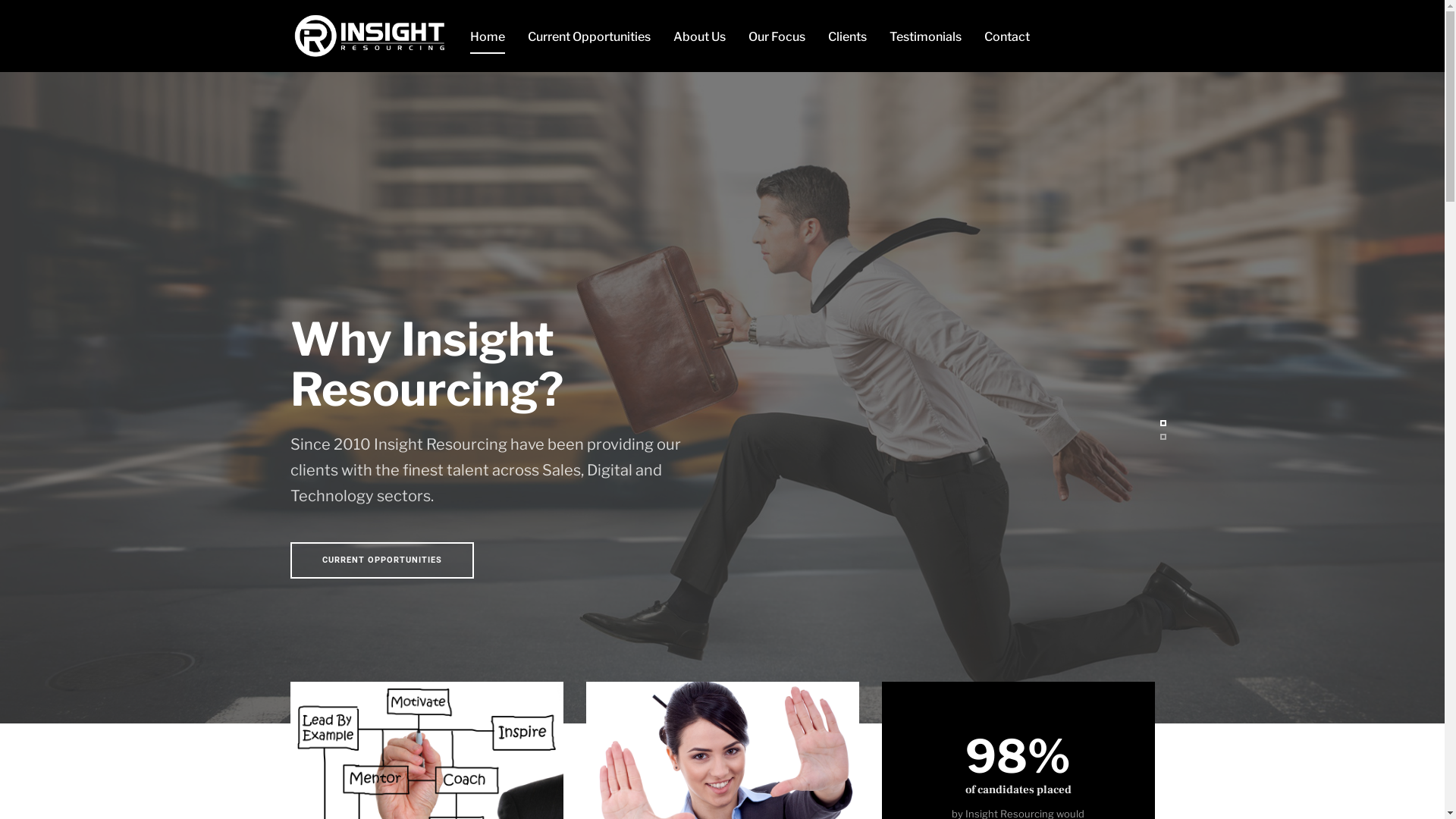  What do you see at coordinates (588, 35) in the screenshot?
I see `'Current Opportunities'` at bounding box center [588, 35].